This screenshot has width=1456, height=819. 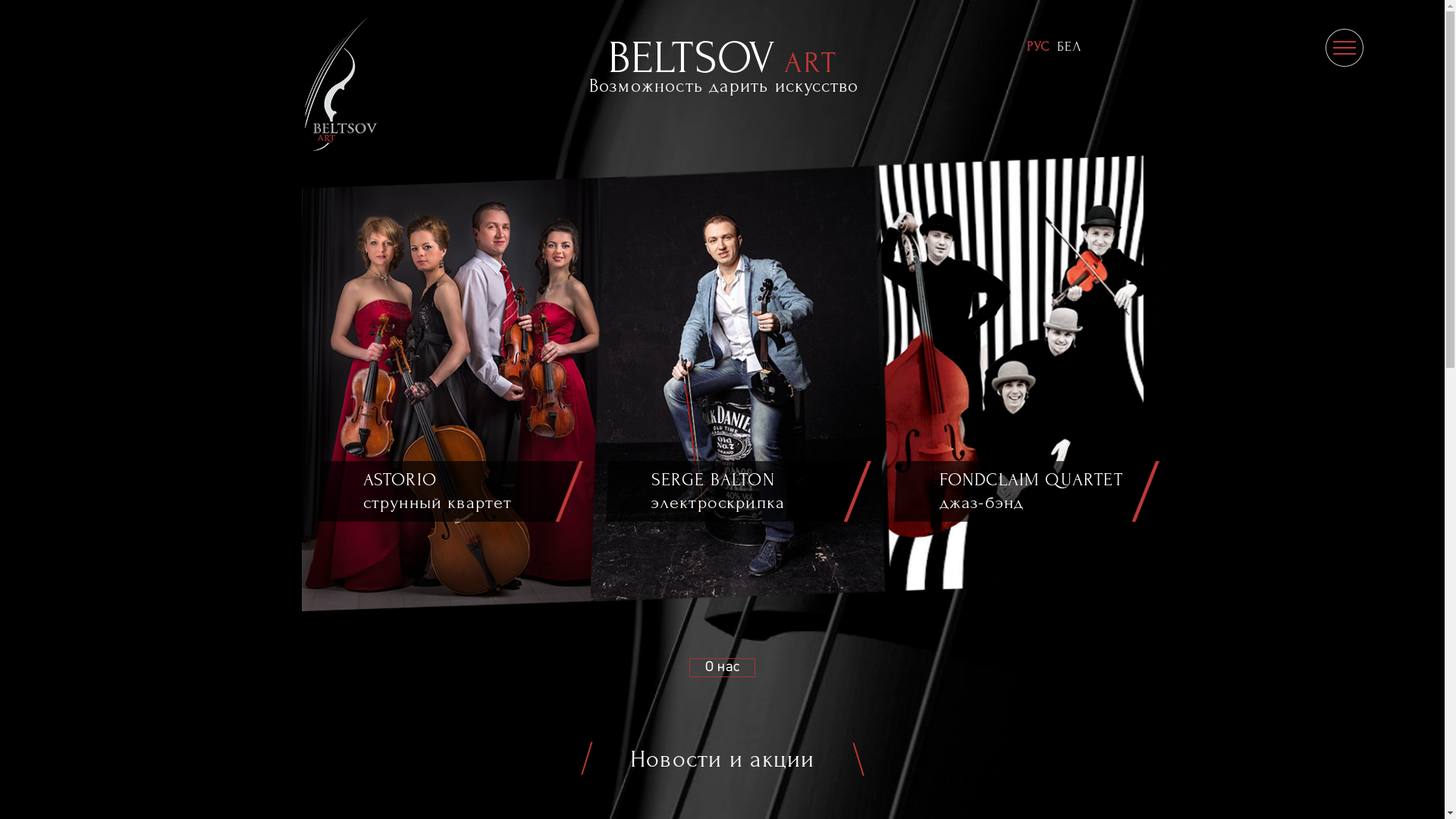 I want to click on 'Beltsovart.by', so click(x=290, y=83).